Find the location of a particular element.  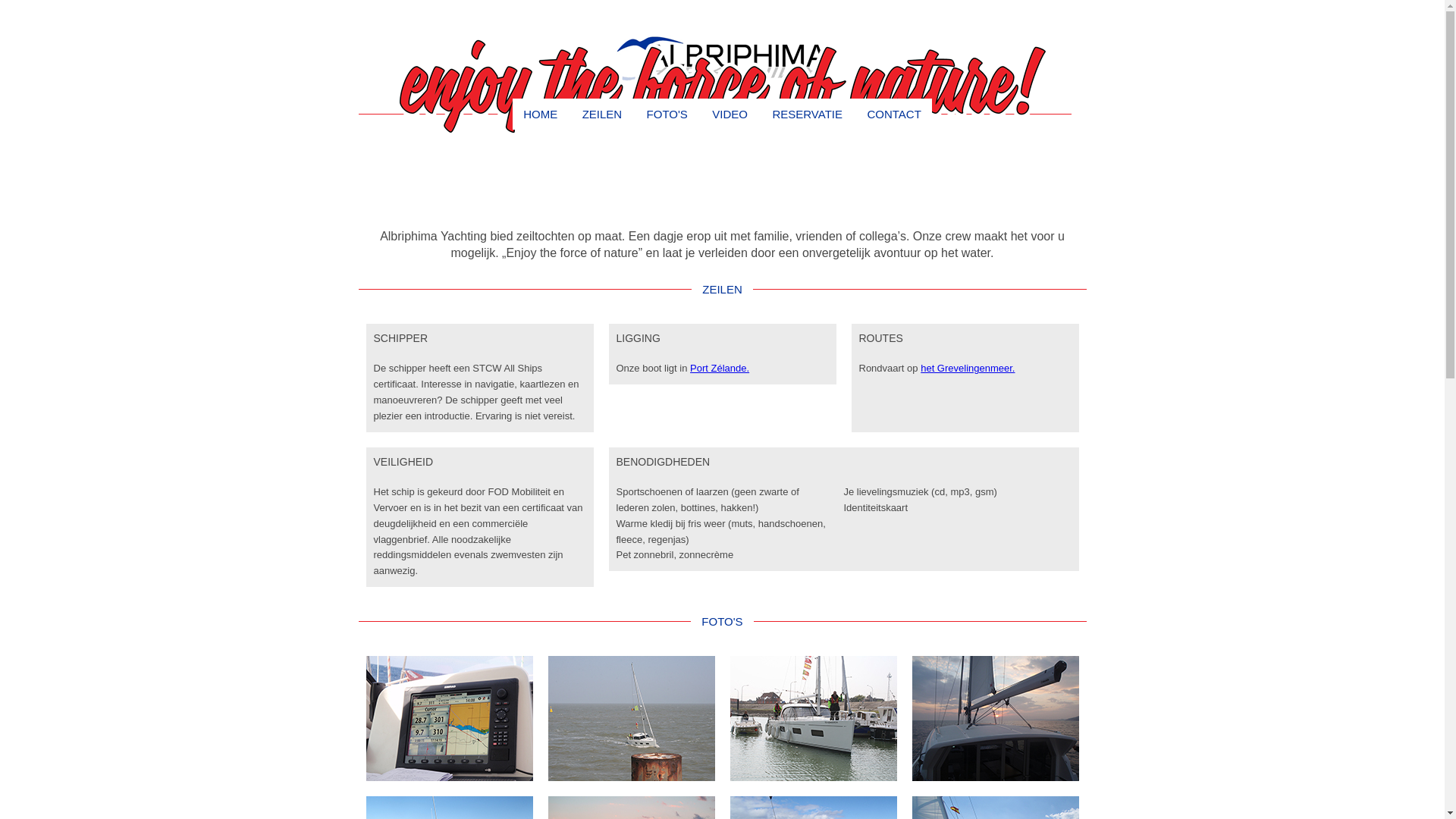

'HOME' is located at coordinates (540, 113).